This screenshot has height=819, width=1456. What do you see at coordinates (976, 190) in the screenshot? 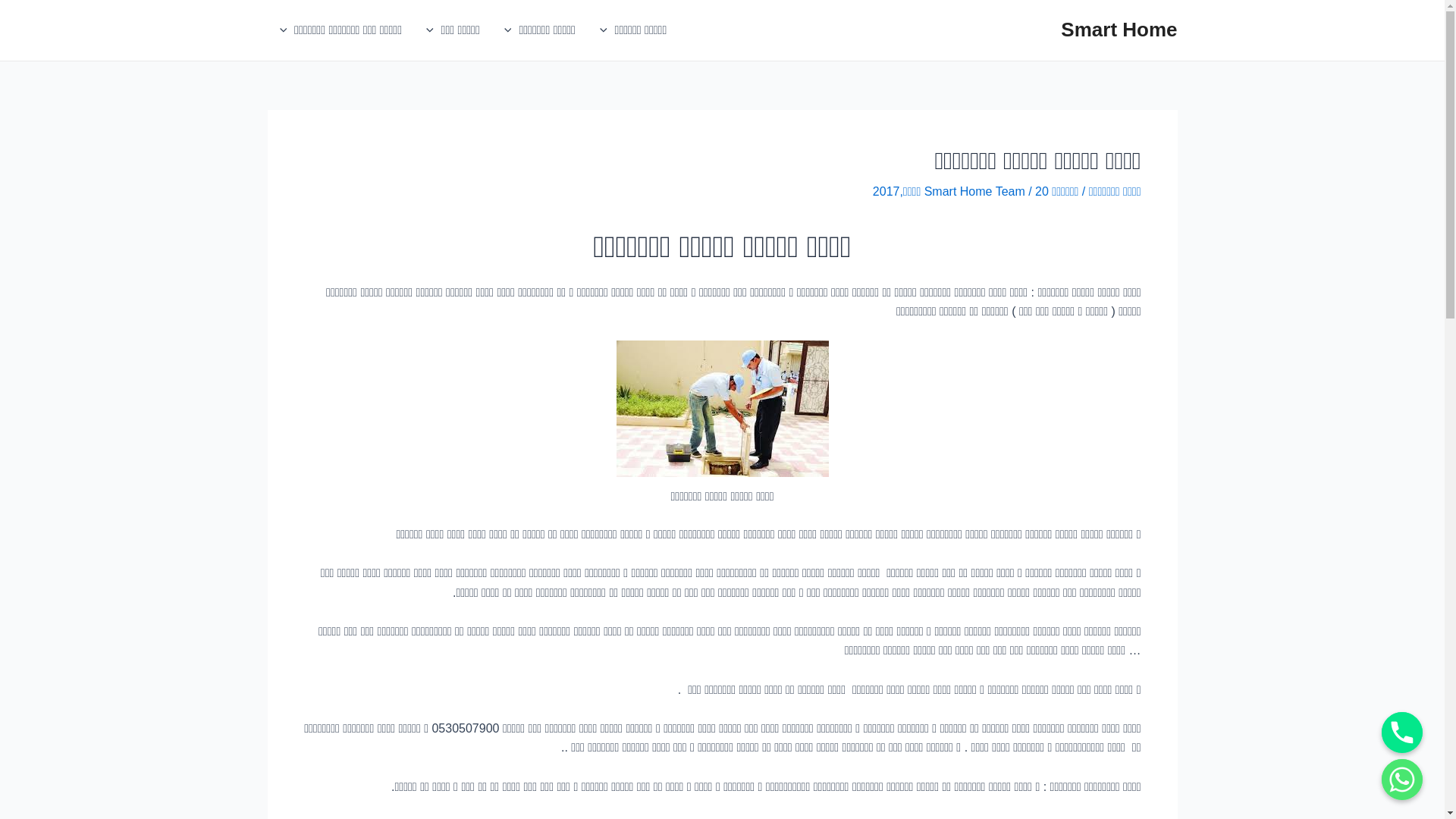
I see `'Smart Home Team'` at bounding box center [976, 190].